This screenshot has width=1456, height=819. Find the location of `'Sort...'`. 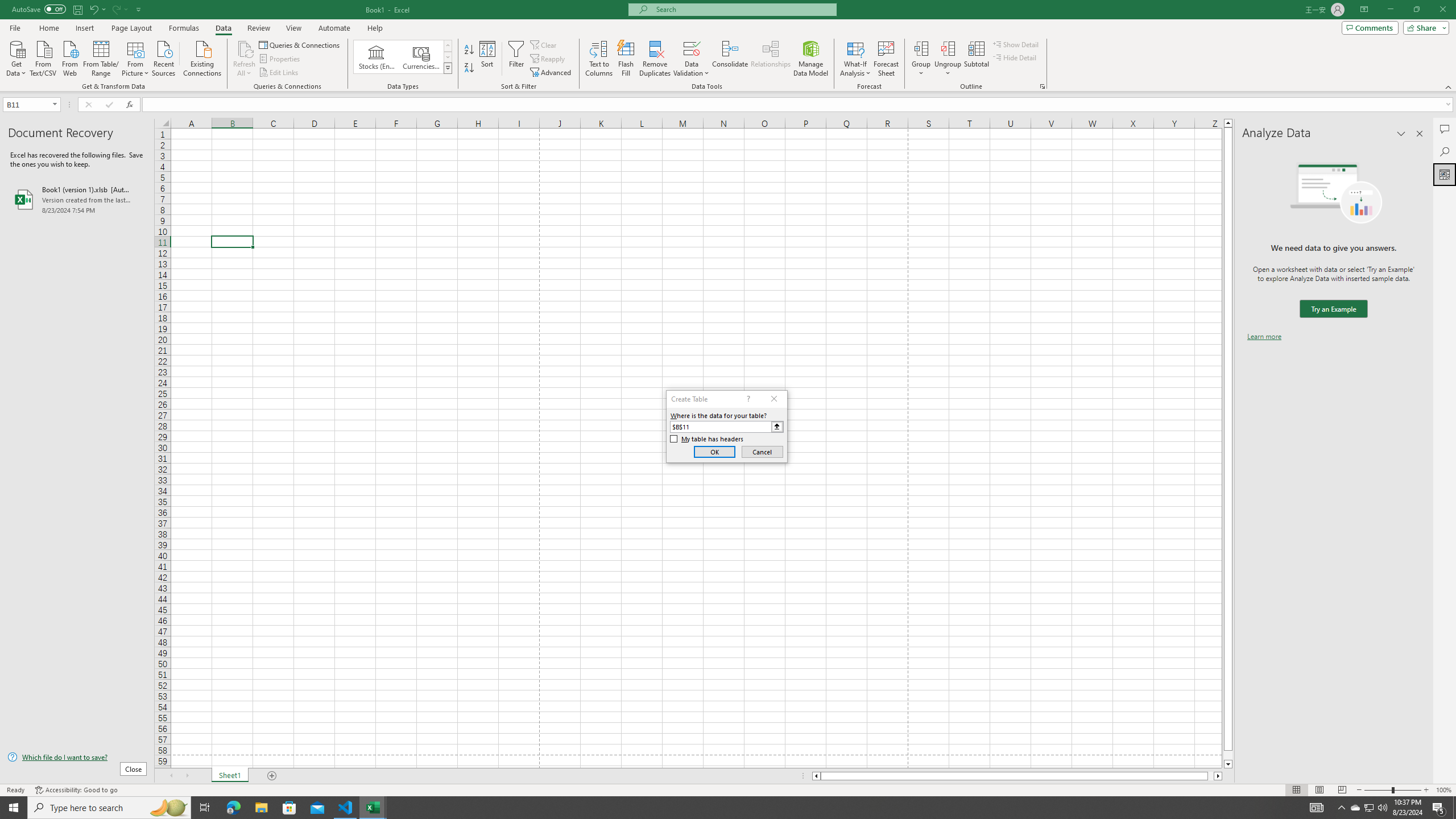

'Sort...' is located at coordinates (487, 59).